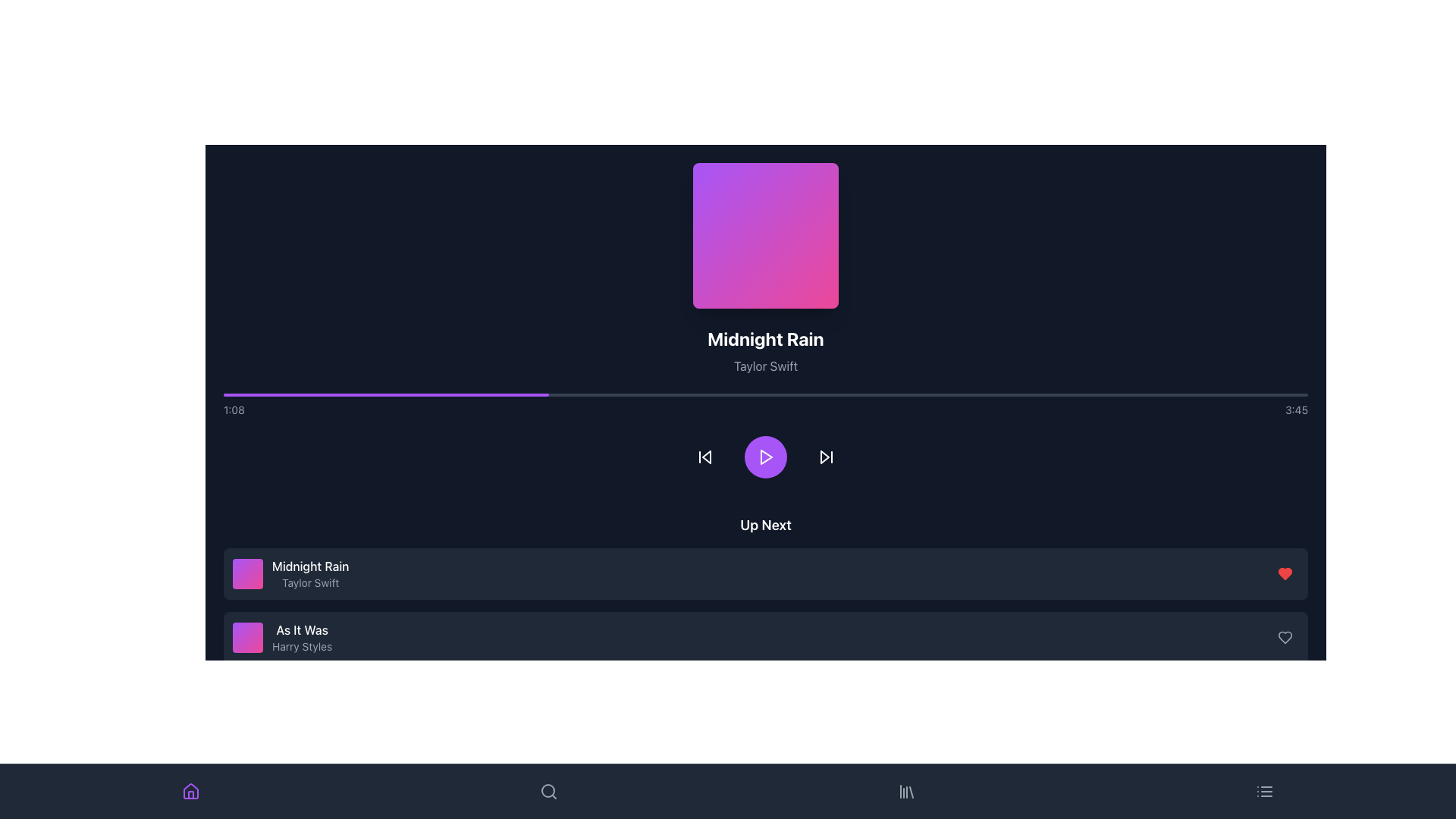  Describe the element at coordinates (386, 394) in the screenshot. I see `the progress bar segment which indicates the percentage of completion, located near the top section of the interface` at that location.